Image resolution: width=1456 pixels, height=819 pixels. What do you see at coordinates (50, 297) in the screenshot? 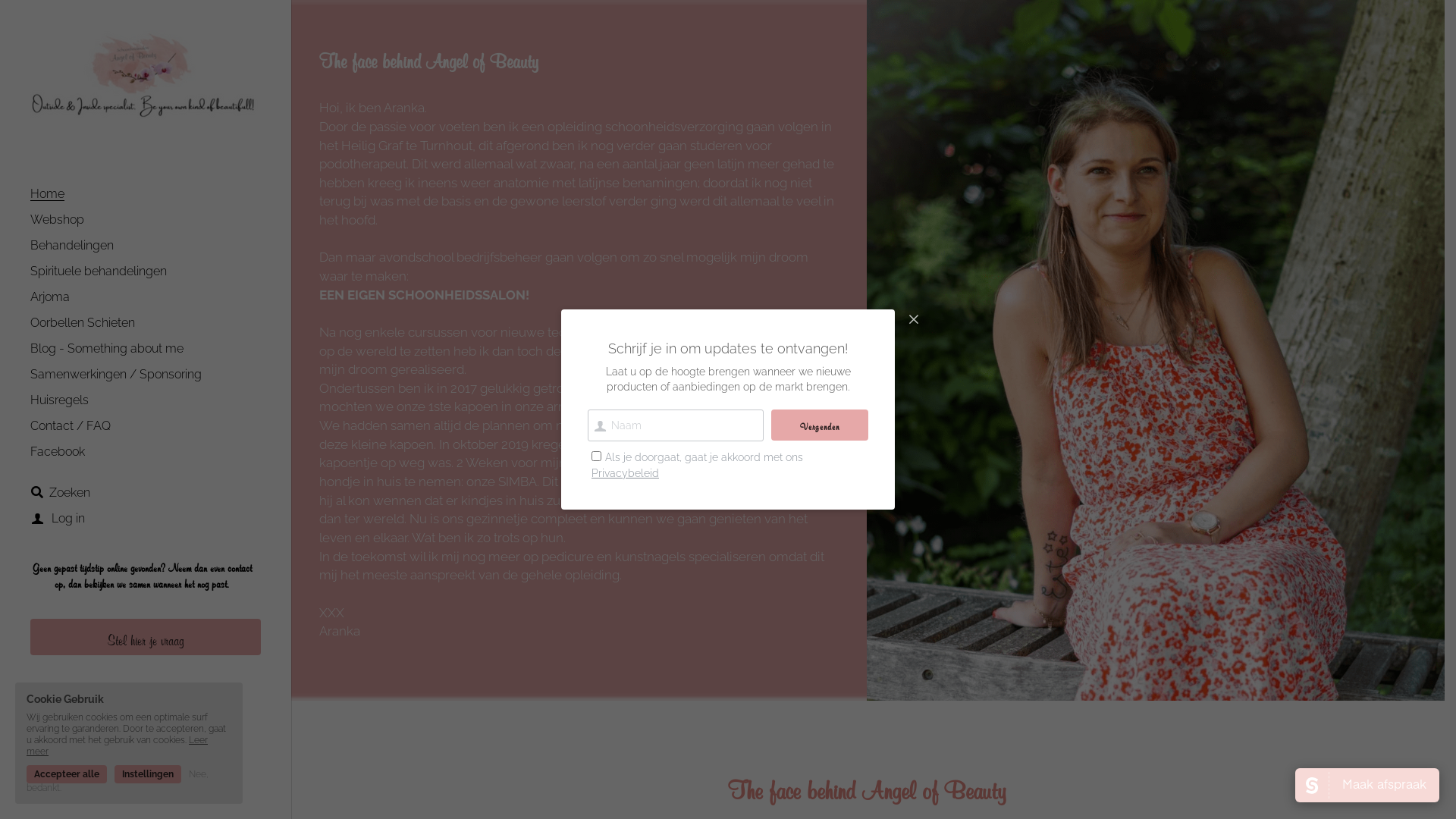
I see `'Arjoma'` at bounding box center [50, 297].